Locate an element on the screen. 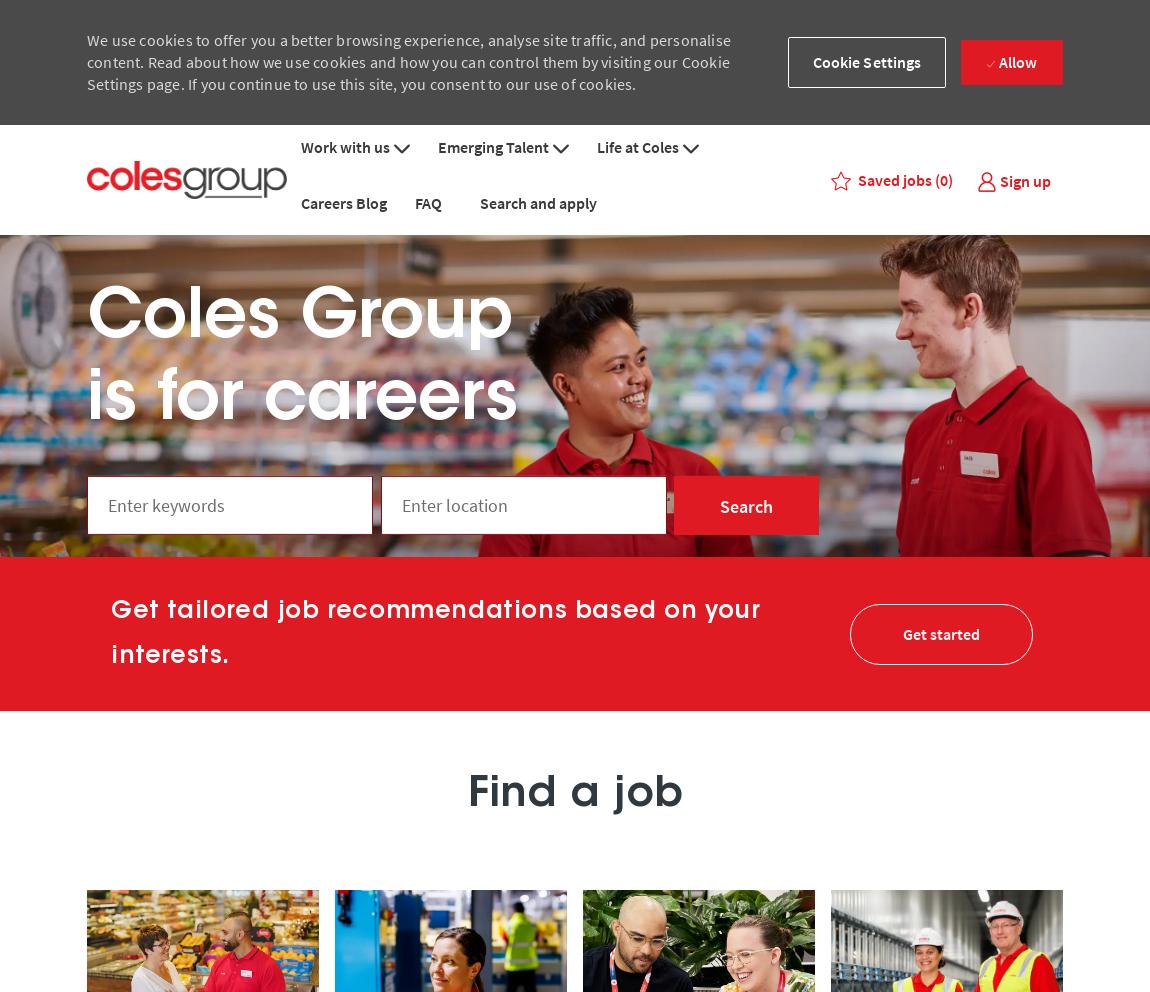  'Saved jobs' is located at coordinates (857, 179).